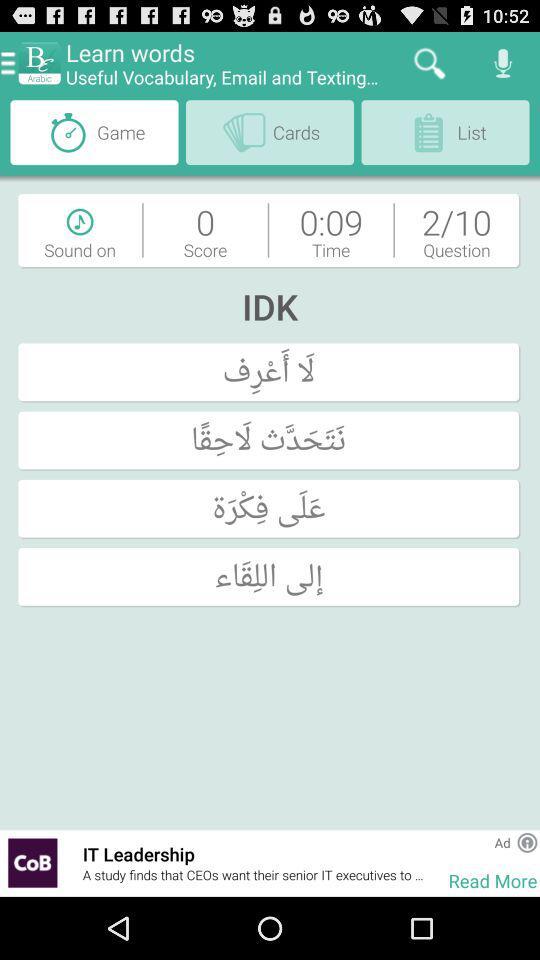 This screenshot has height=960, width=540. What do you see at coordinates (73, 862) in the screenshot?
I see `icon next to the it leadership` at bounding box center [73, 862].